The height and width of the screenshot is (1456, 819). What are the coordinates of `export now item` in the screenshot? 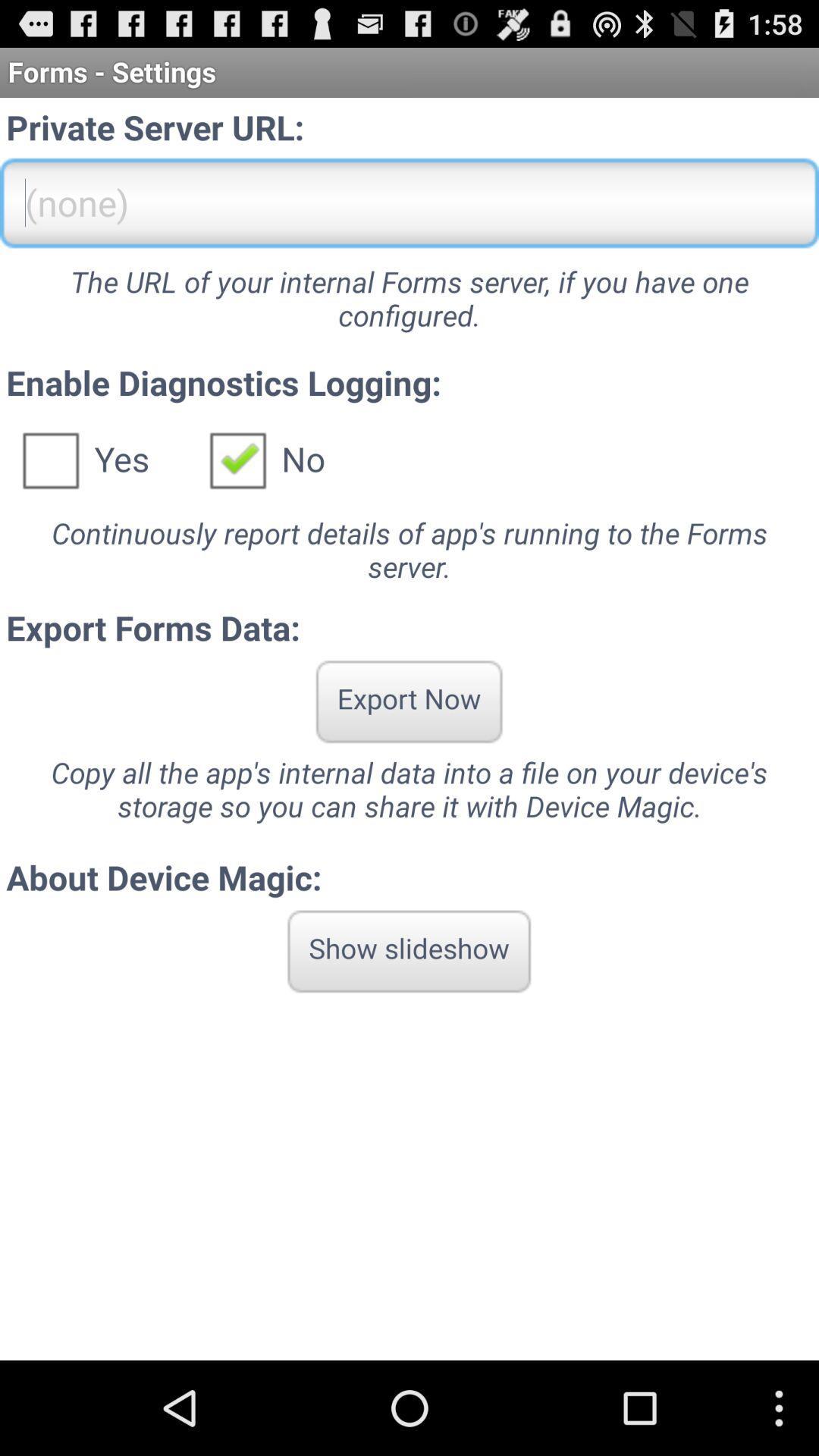 It's located at (408, 701).